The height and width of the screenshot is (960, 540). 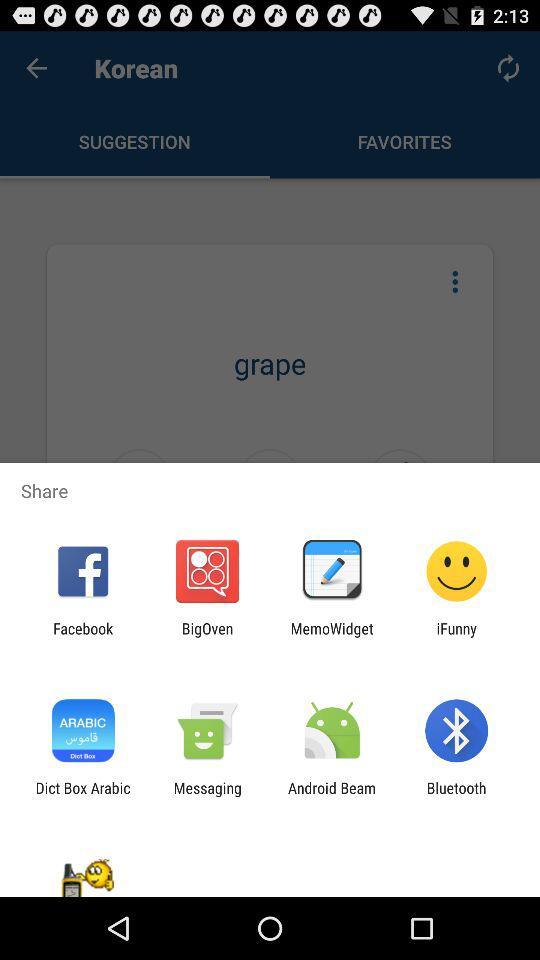 What do you see at coordinates (332, 636) in the screenshot?
I see `the memowidget item` at bounding box center [332, 636].